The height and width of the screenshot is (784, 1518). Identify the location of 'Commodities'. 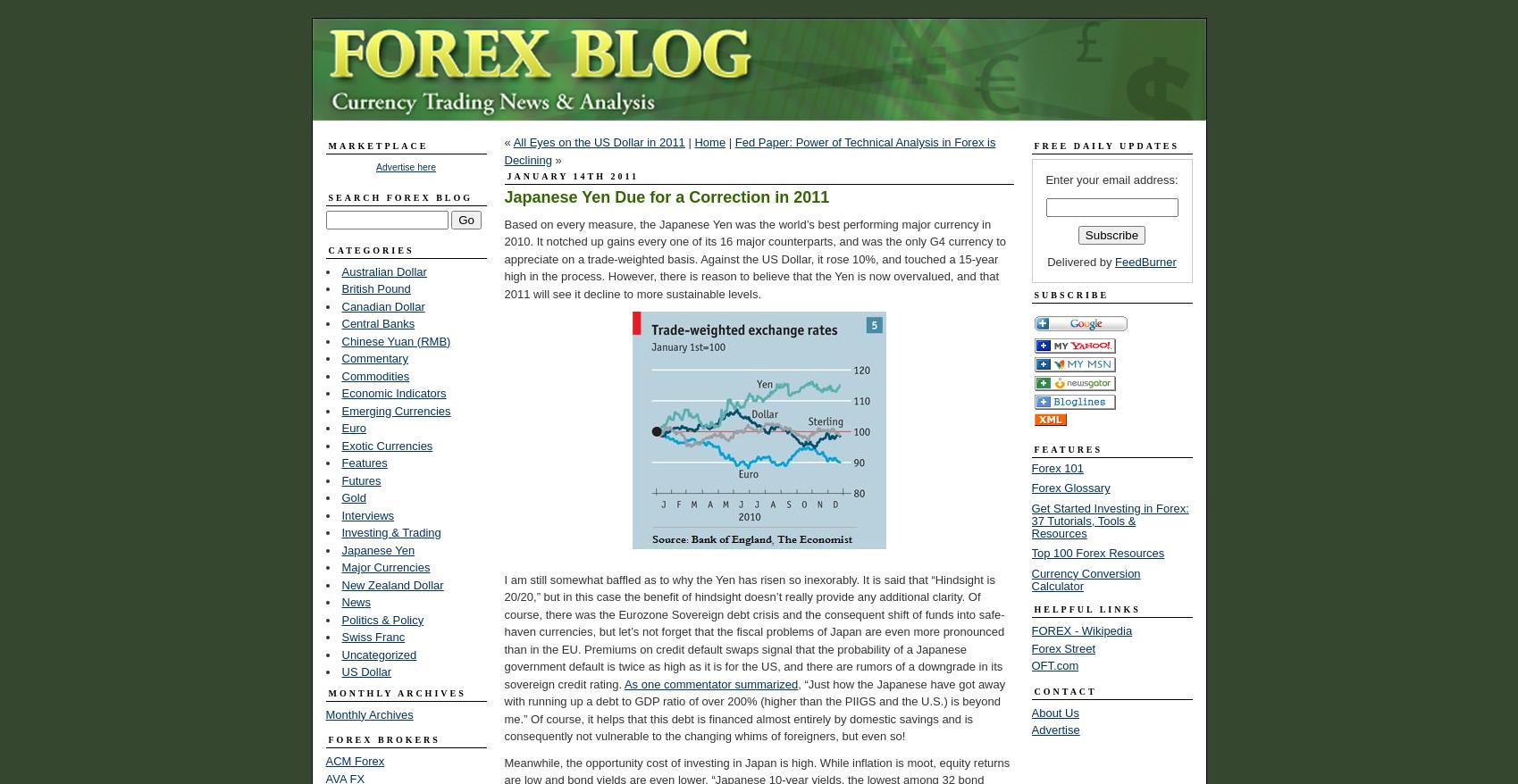
(374, 375).